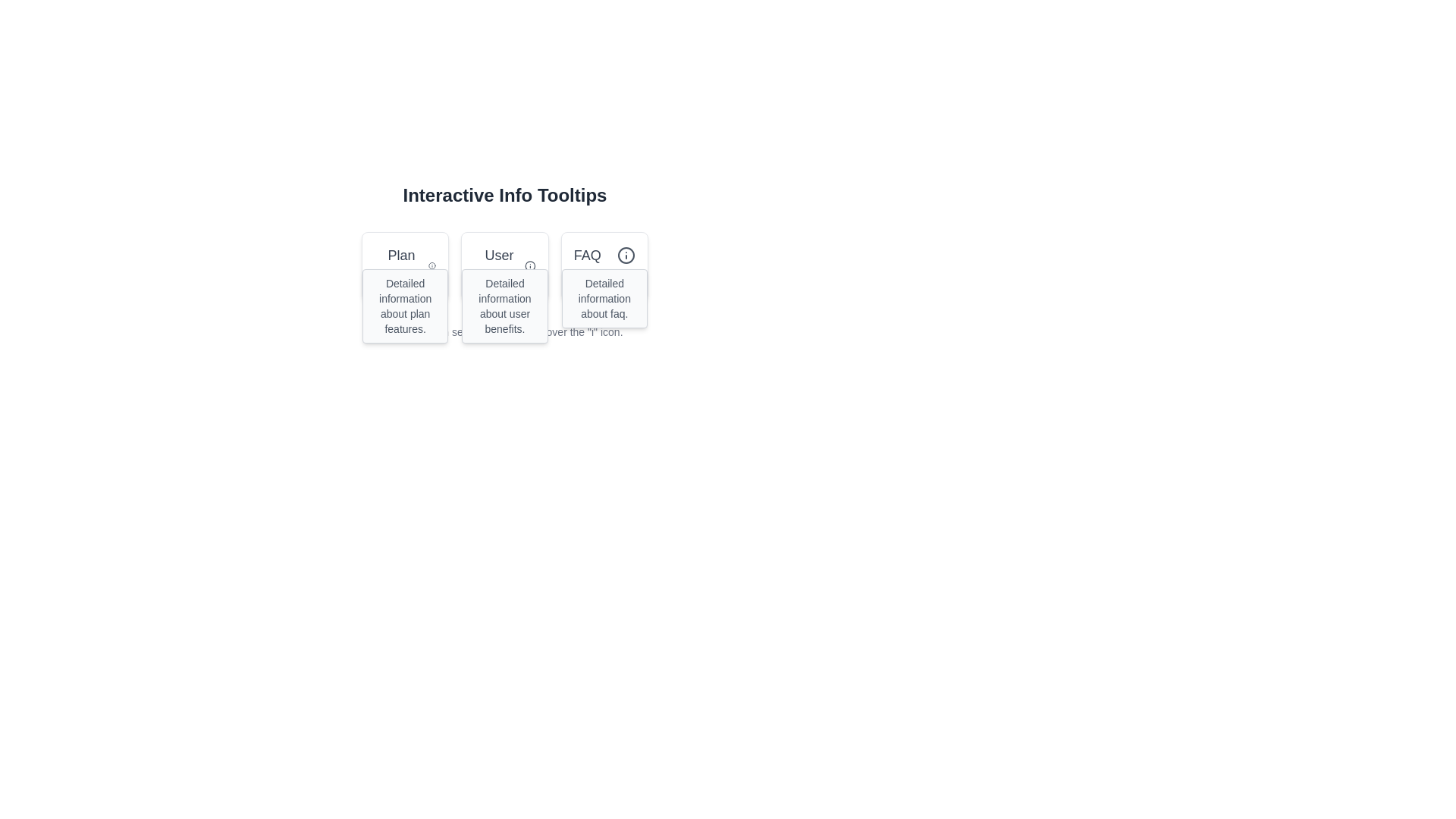 The height and width of the screenshot is (819, 1456). I want to click on header text from the plan details card, which is the first card in a horizontal row, located at the top left corner with a lighter background and border, so click(405, 265).